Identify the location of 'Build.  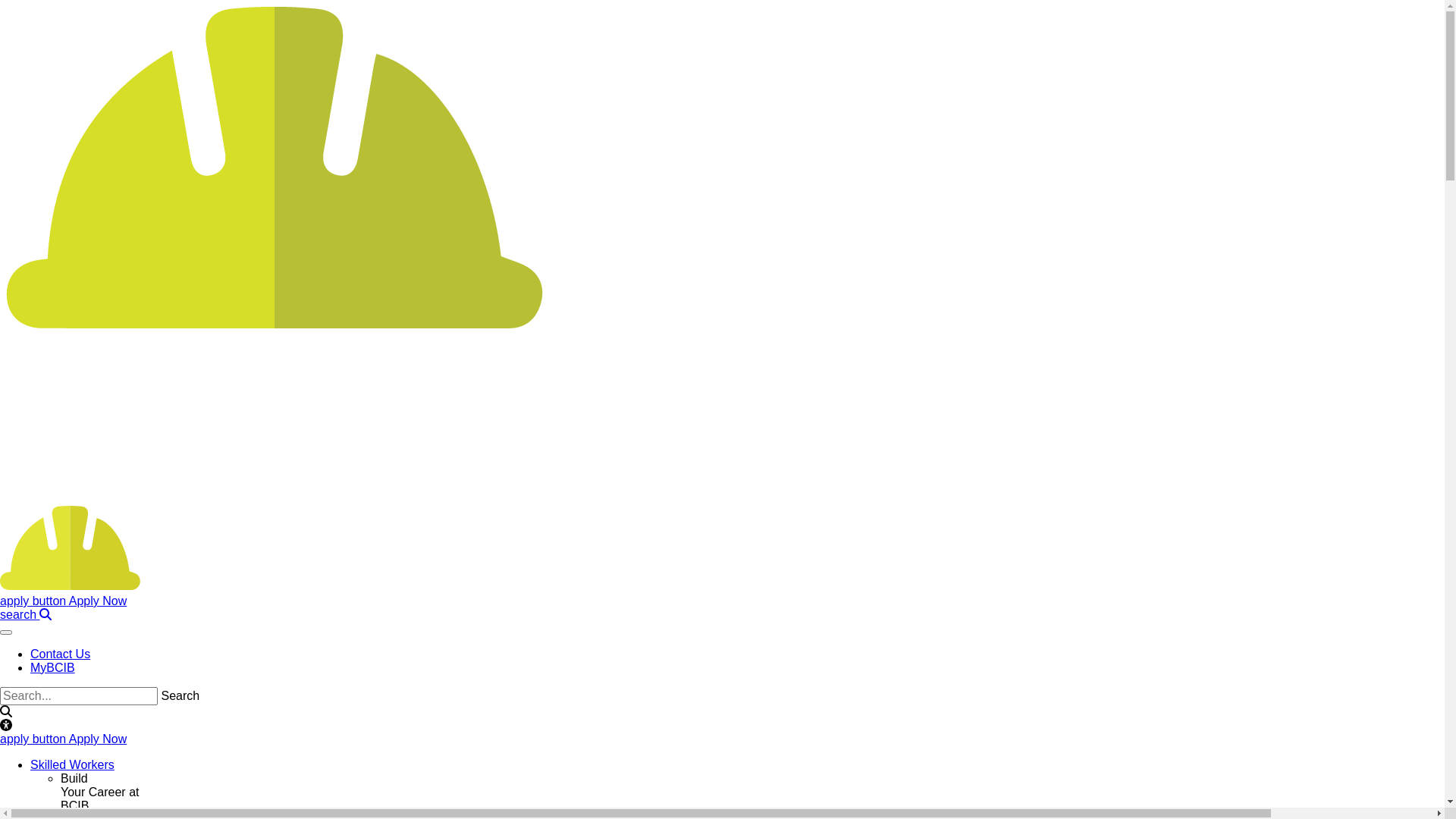
(99, 791).